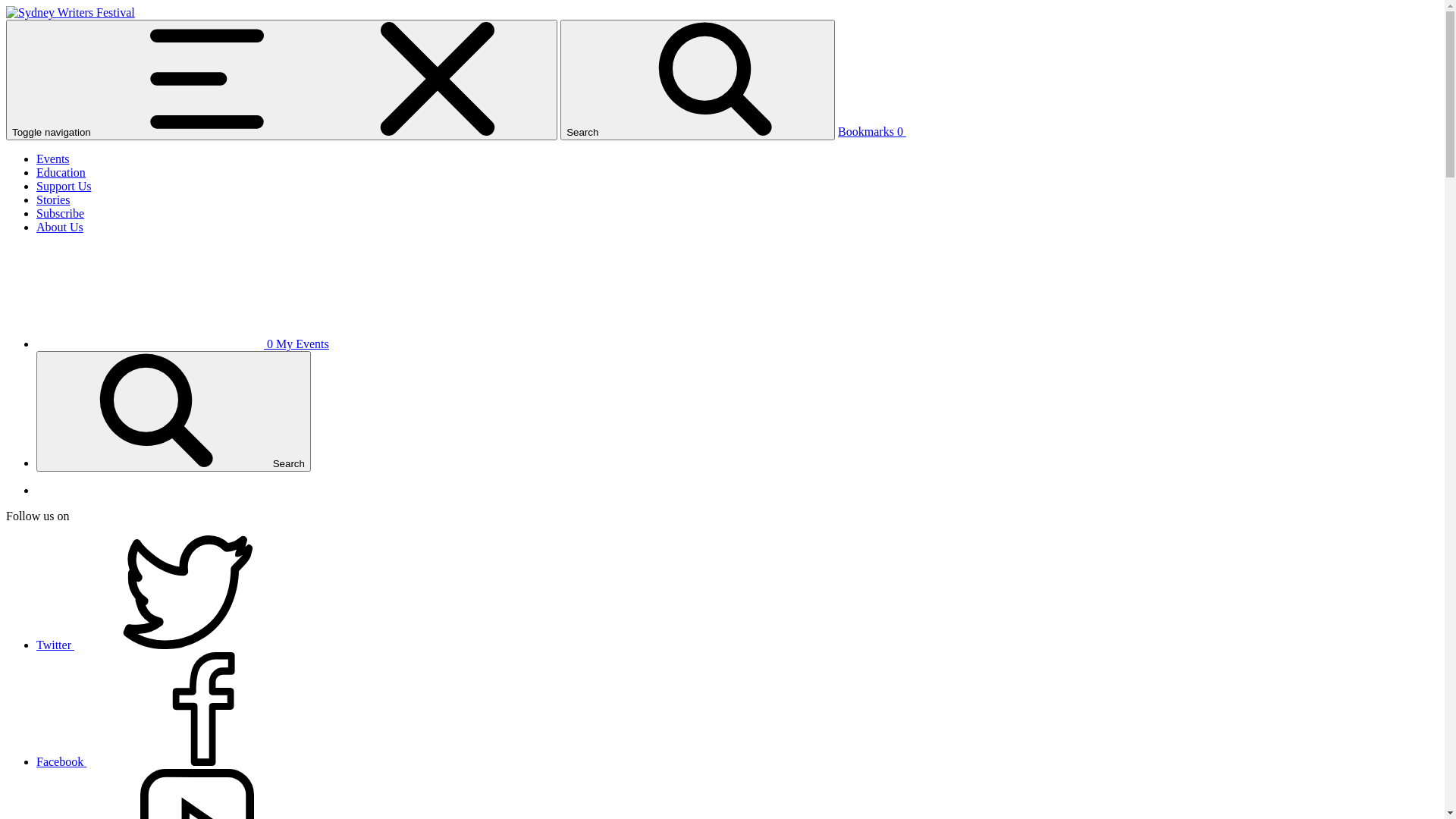 The height and width of the screenshot is (819, 1456). Describe the element at coordinates (61, 171) in the screenshot. I see `'Education'` at that location.